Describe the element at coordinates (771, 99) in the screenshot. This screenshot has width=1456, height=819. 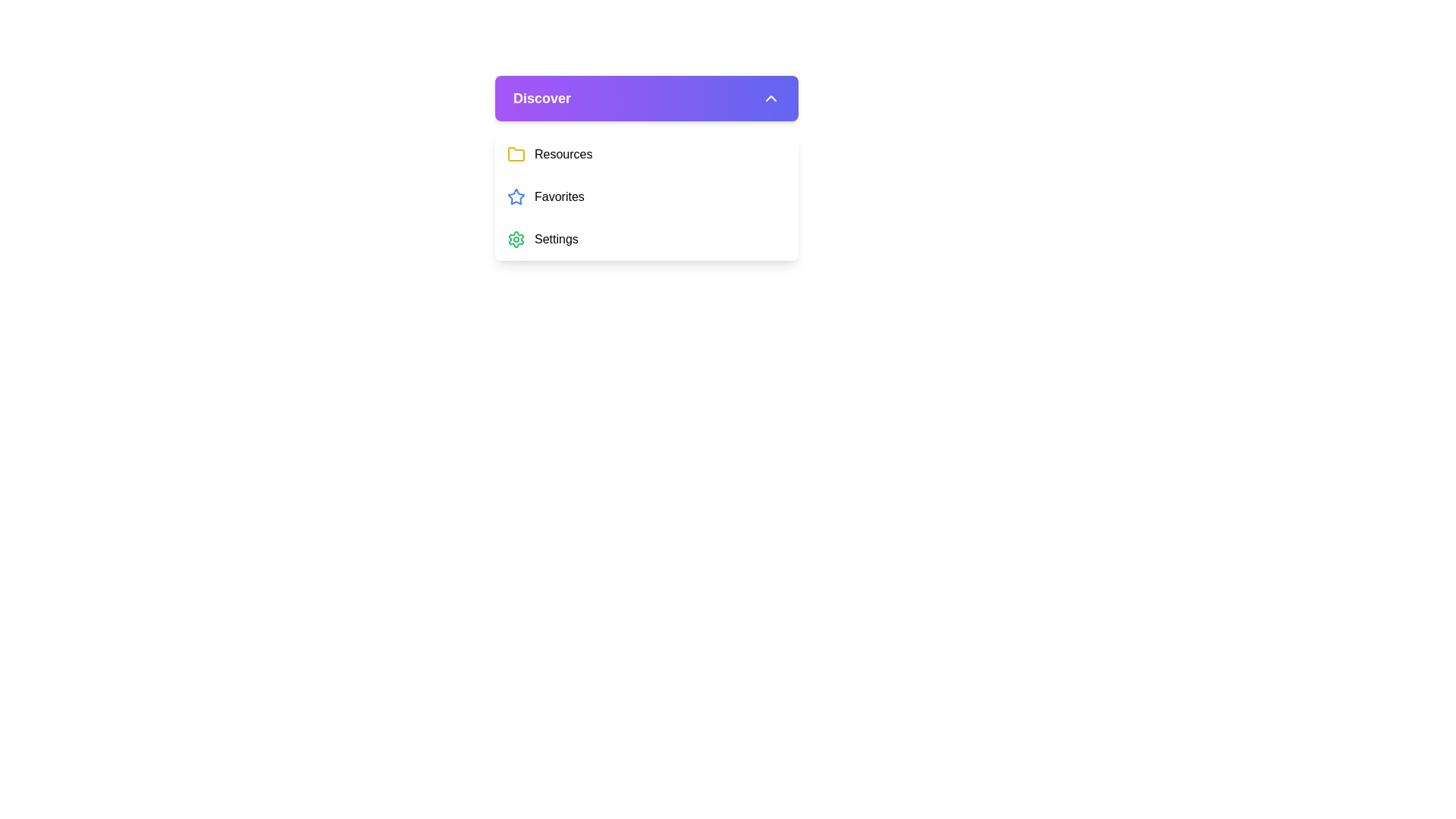
I see `the Chevron Up icon located at the far-right side of the 'Discover' header section` at that location.